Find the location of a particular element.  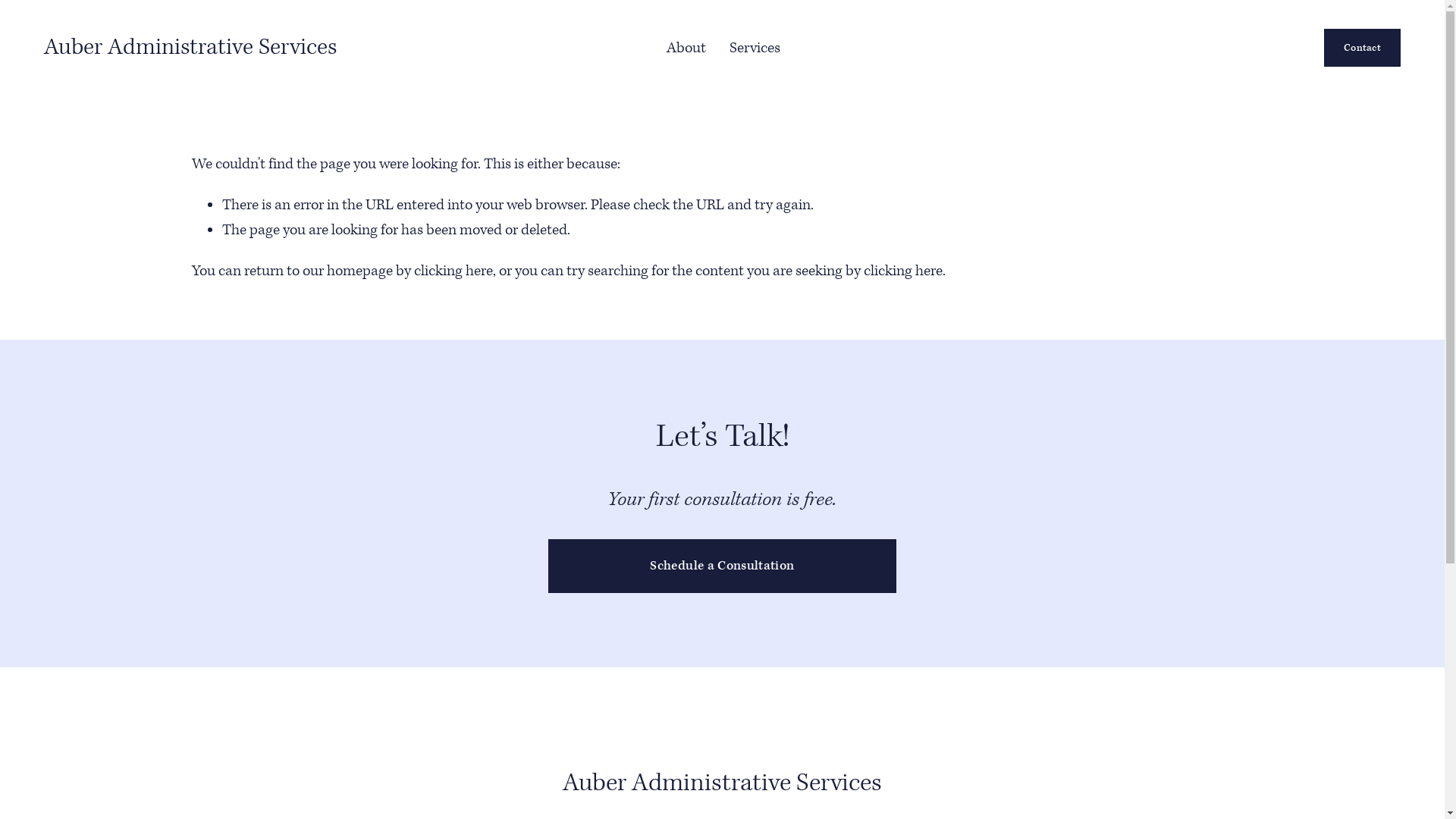

'Auber Administrative Services' is located at coordinates (189, 46).